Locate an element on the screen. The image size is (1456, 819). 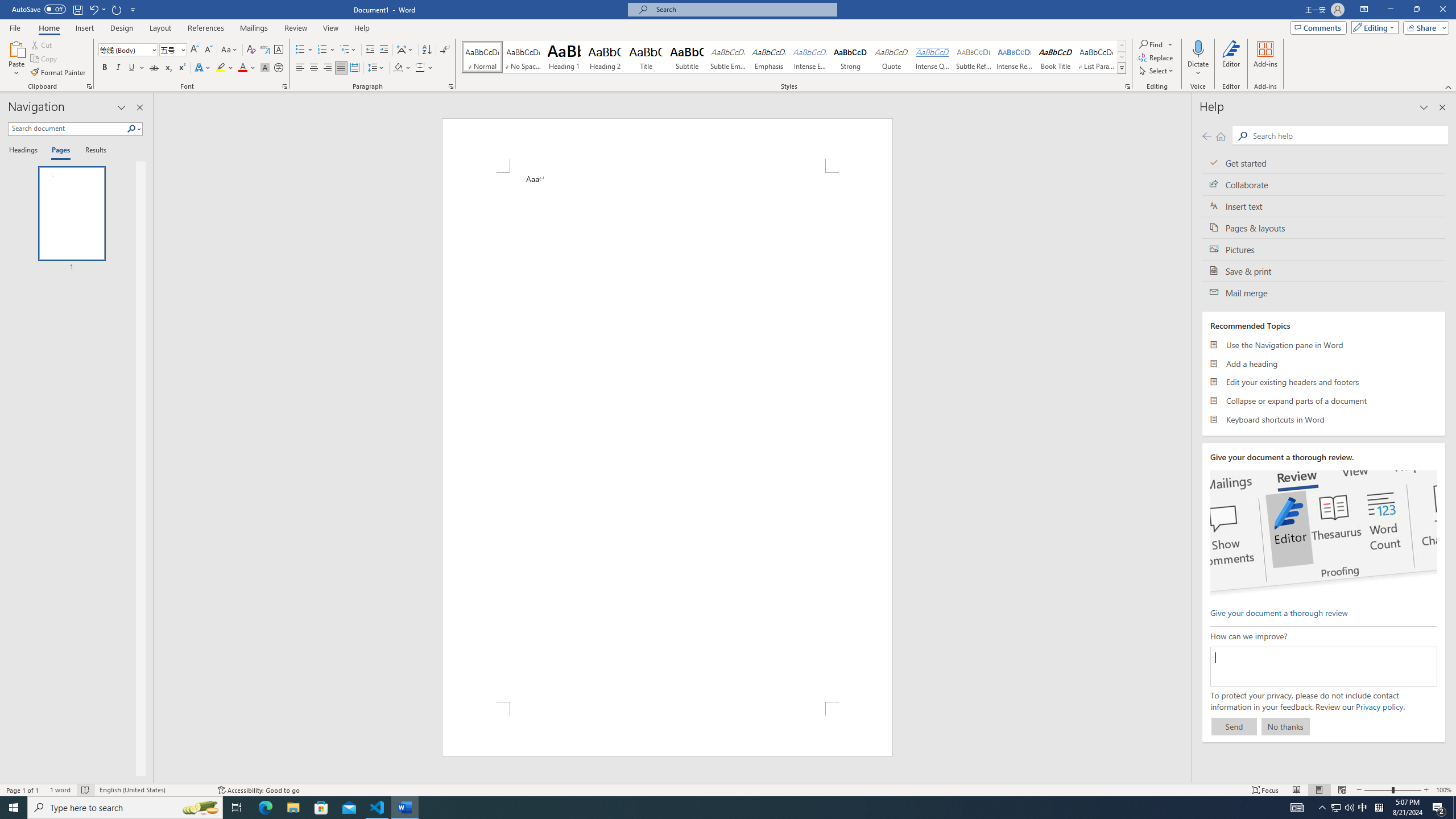
'Subtitle' is located at coordinates (686, 56).